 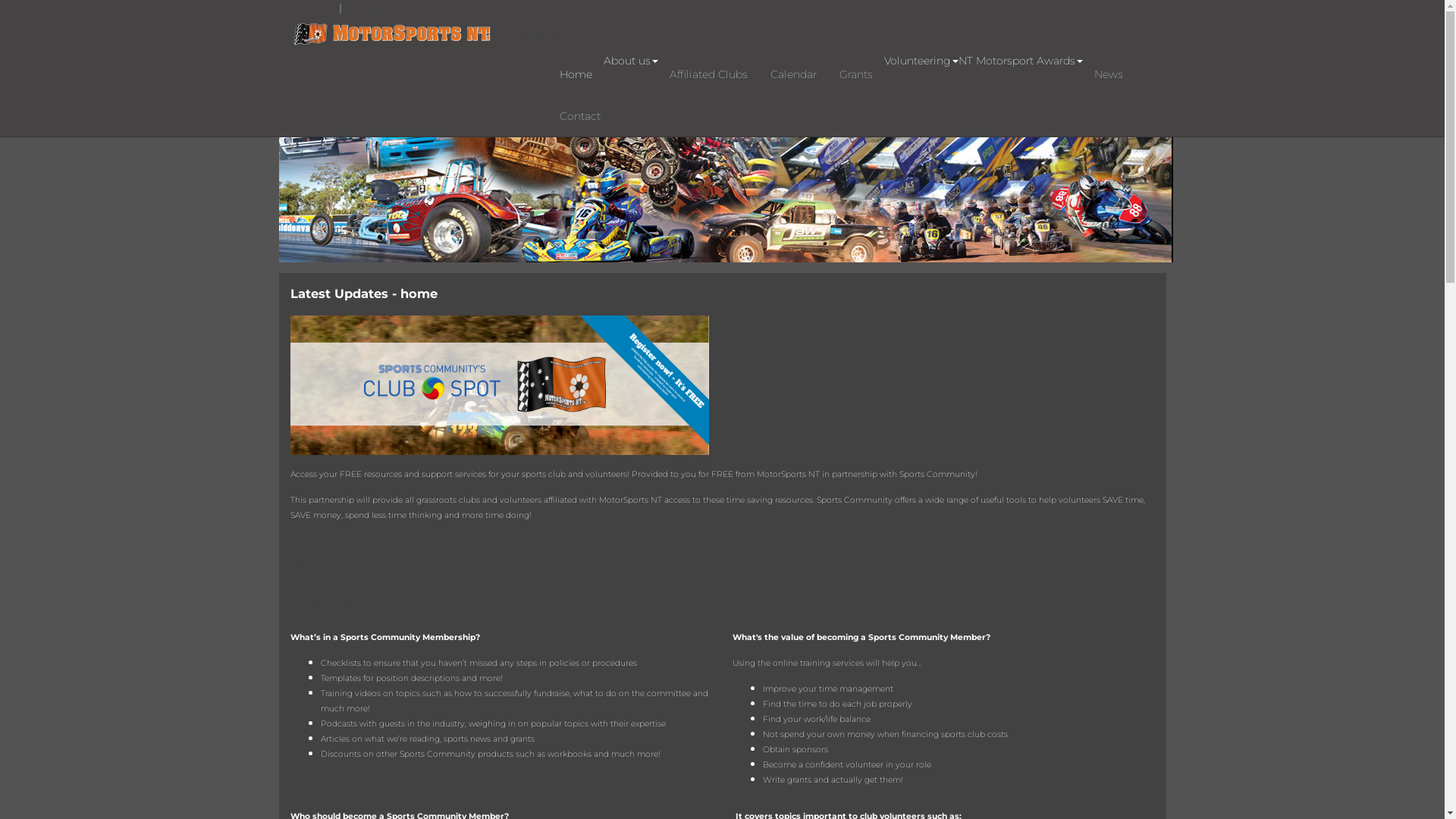 I want to click on 'Home', so click(x=574, y=74).